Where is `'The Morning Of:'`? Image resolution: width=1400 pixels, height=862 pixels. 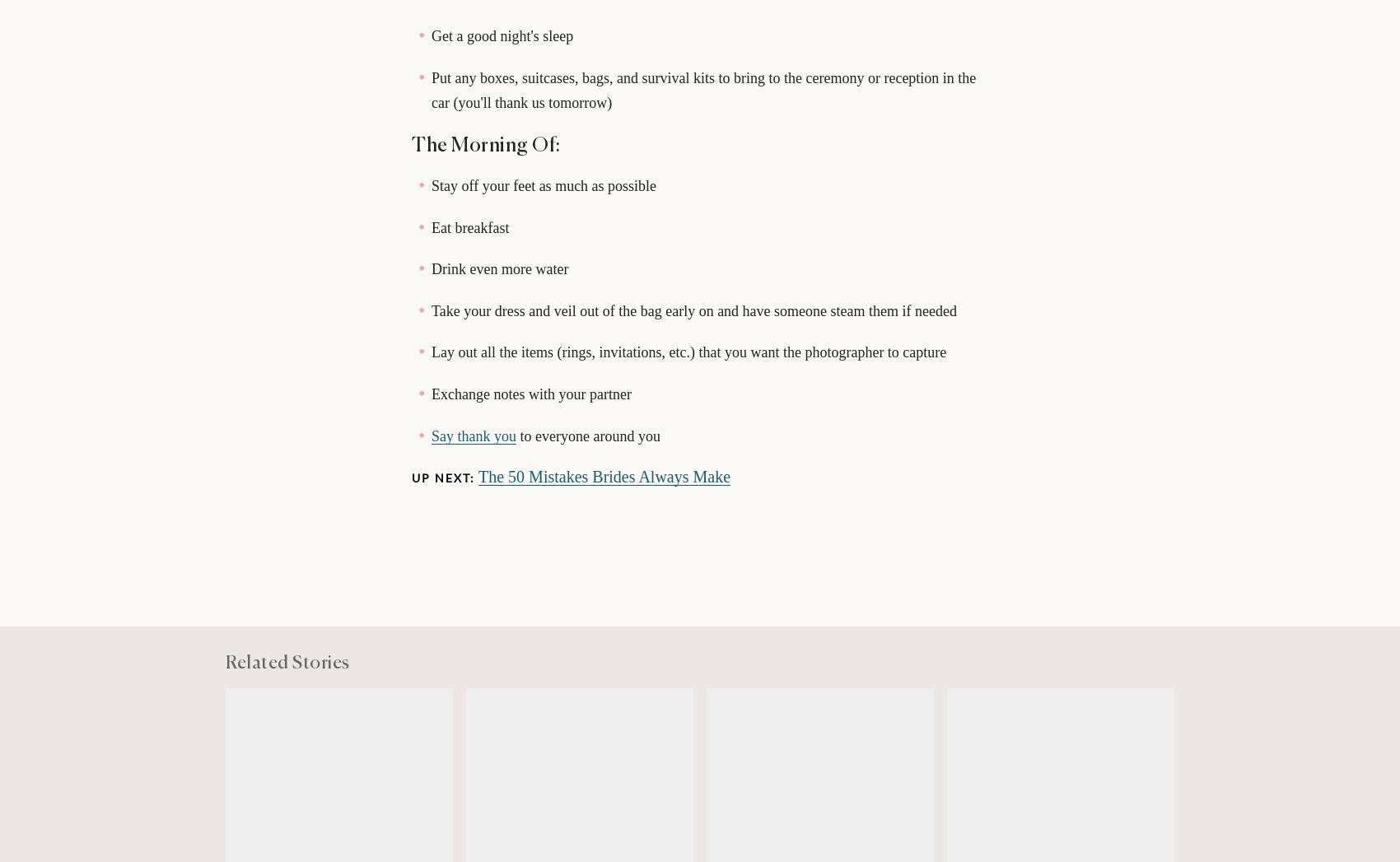 'The Morning Of:' is located at coordinates (411, 145).